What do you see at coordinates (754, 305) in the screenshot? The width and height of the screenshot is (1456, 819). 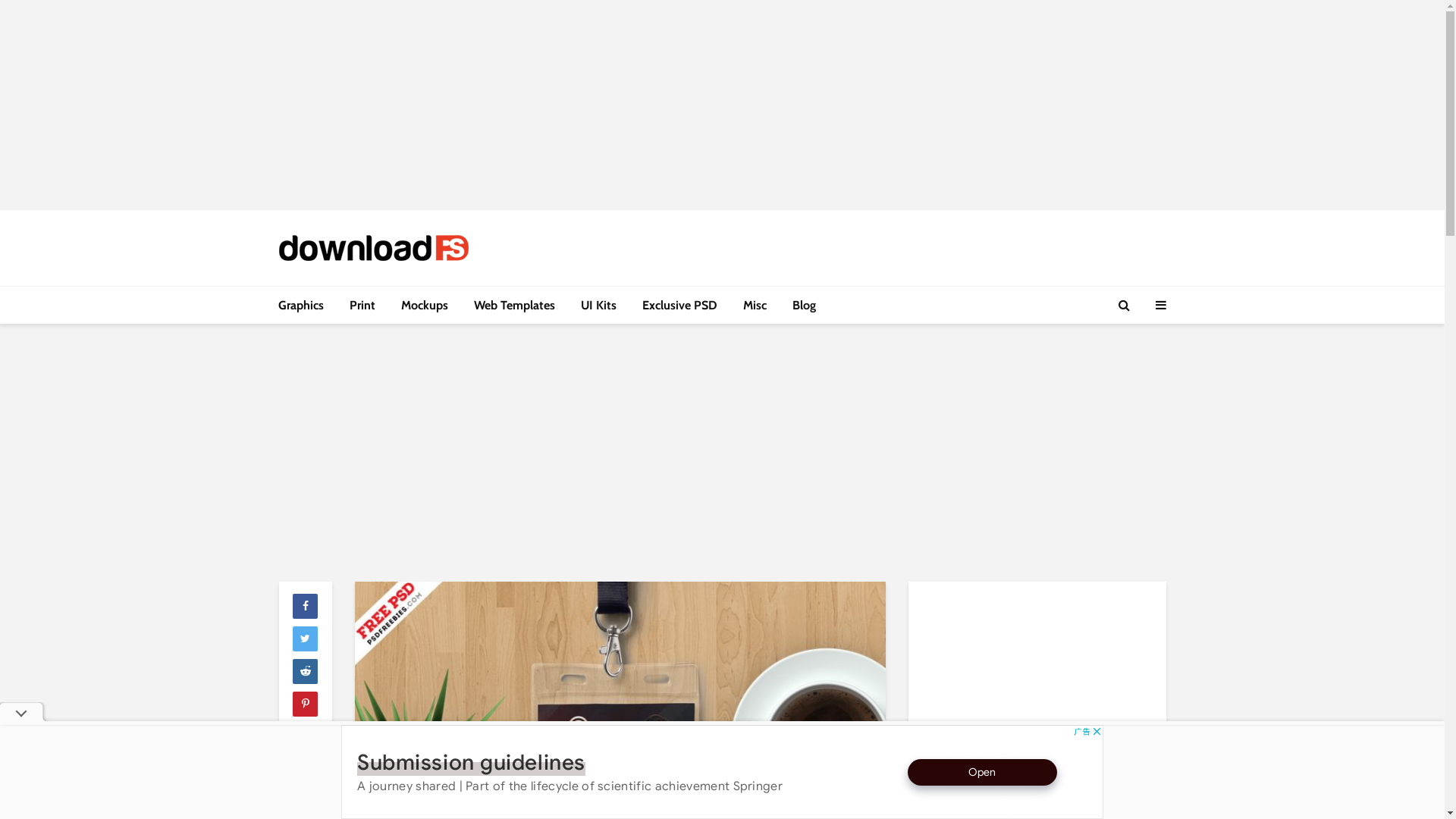 I see `'Misc'` at bounding box center [754, 305].